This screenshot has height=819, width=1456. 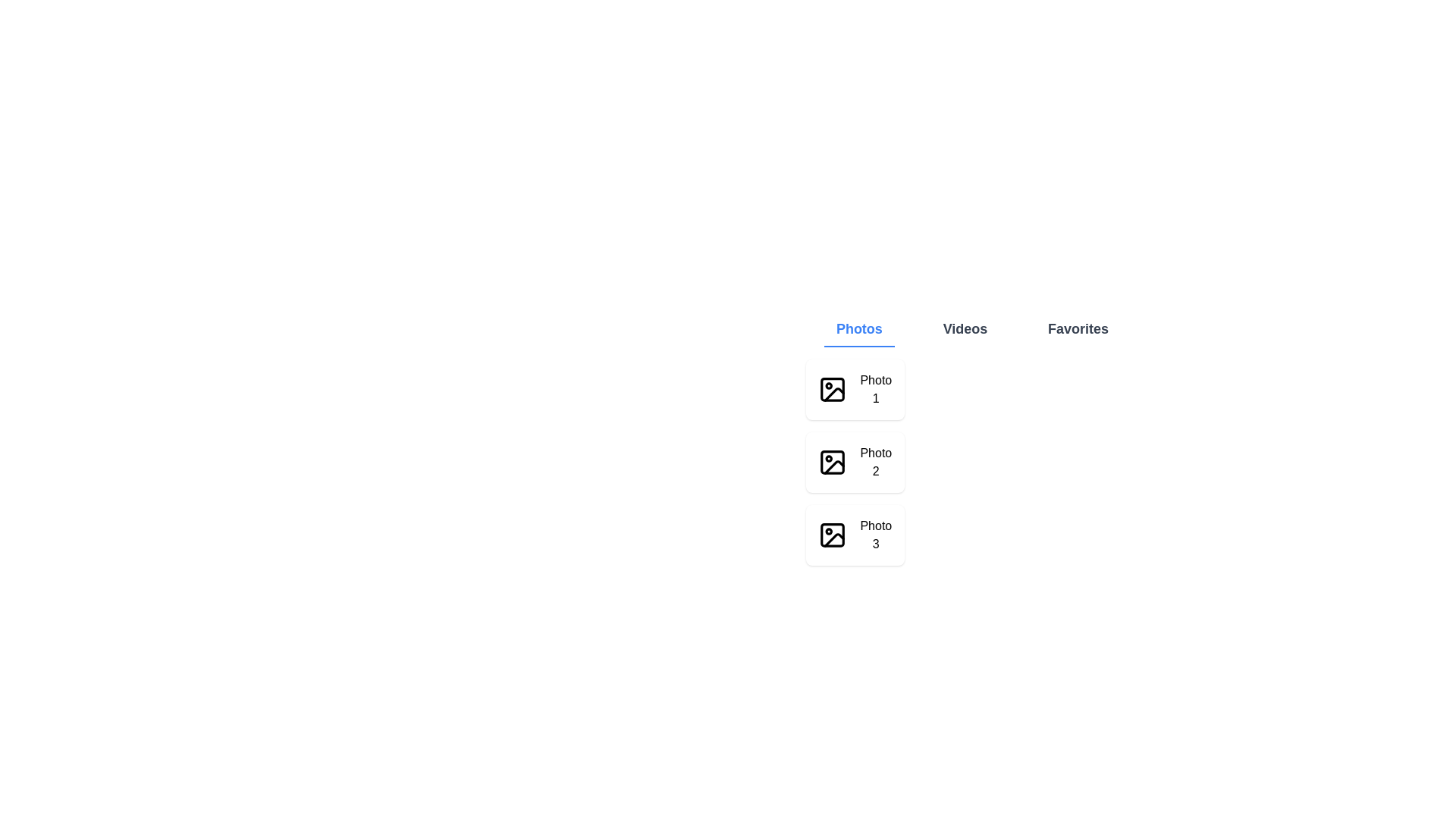 I want to click on the 'Favorites' navigation tab to change its color, so click(x=1078, y=329).